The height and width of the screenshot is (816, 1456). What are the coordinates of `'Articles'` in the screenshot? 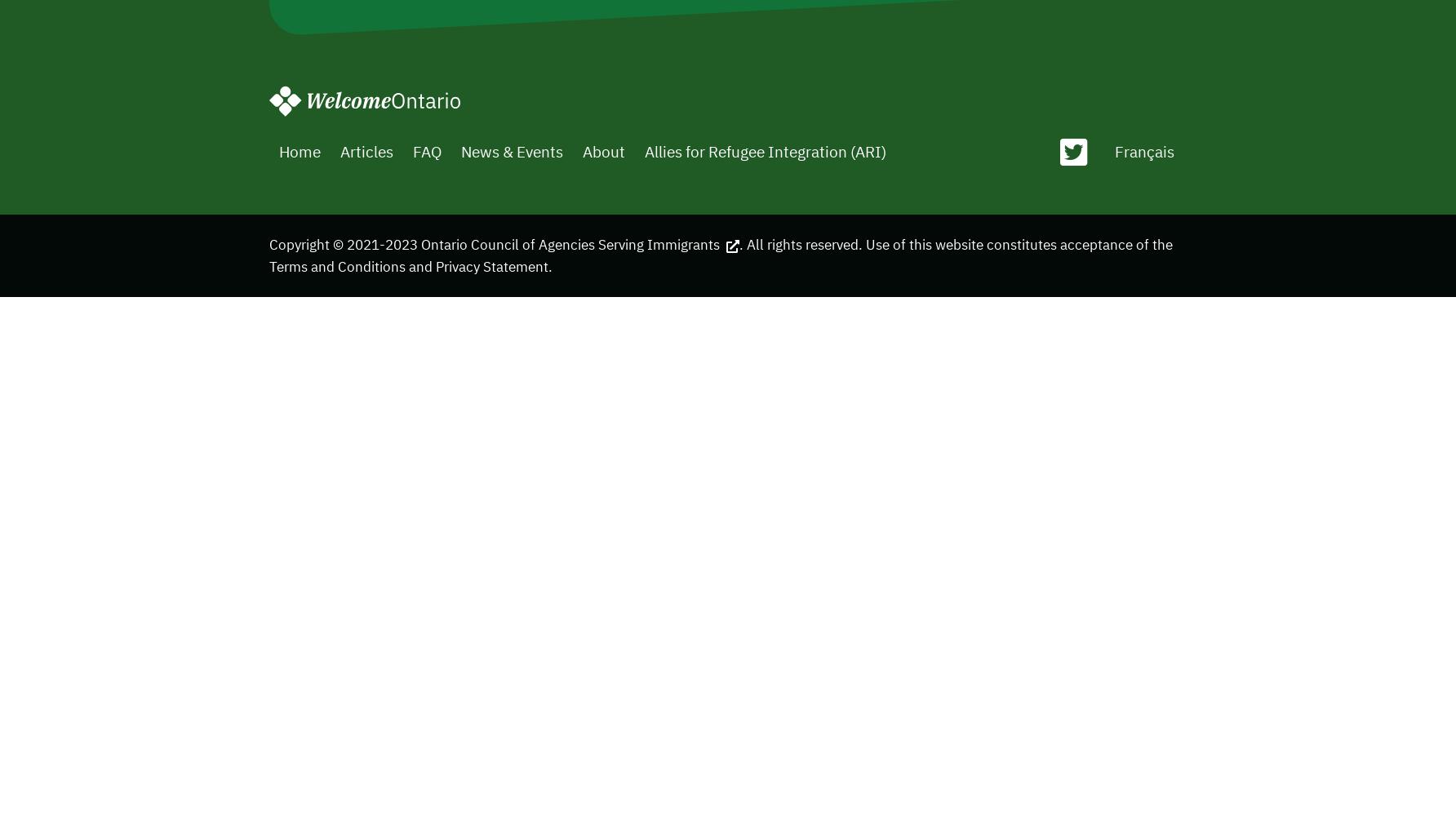 It's located at (366, 150).